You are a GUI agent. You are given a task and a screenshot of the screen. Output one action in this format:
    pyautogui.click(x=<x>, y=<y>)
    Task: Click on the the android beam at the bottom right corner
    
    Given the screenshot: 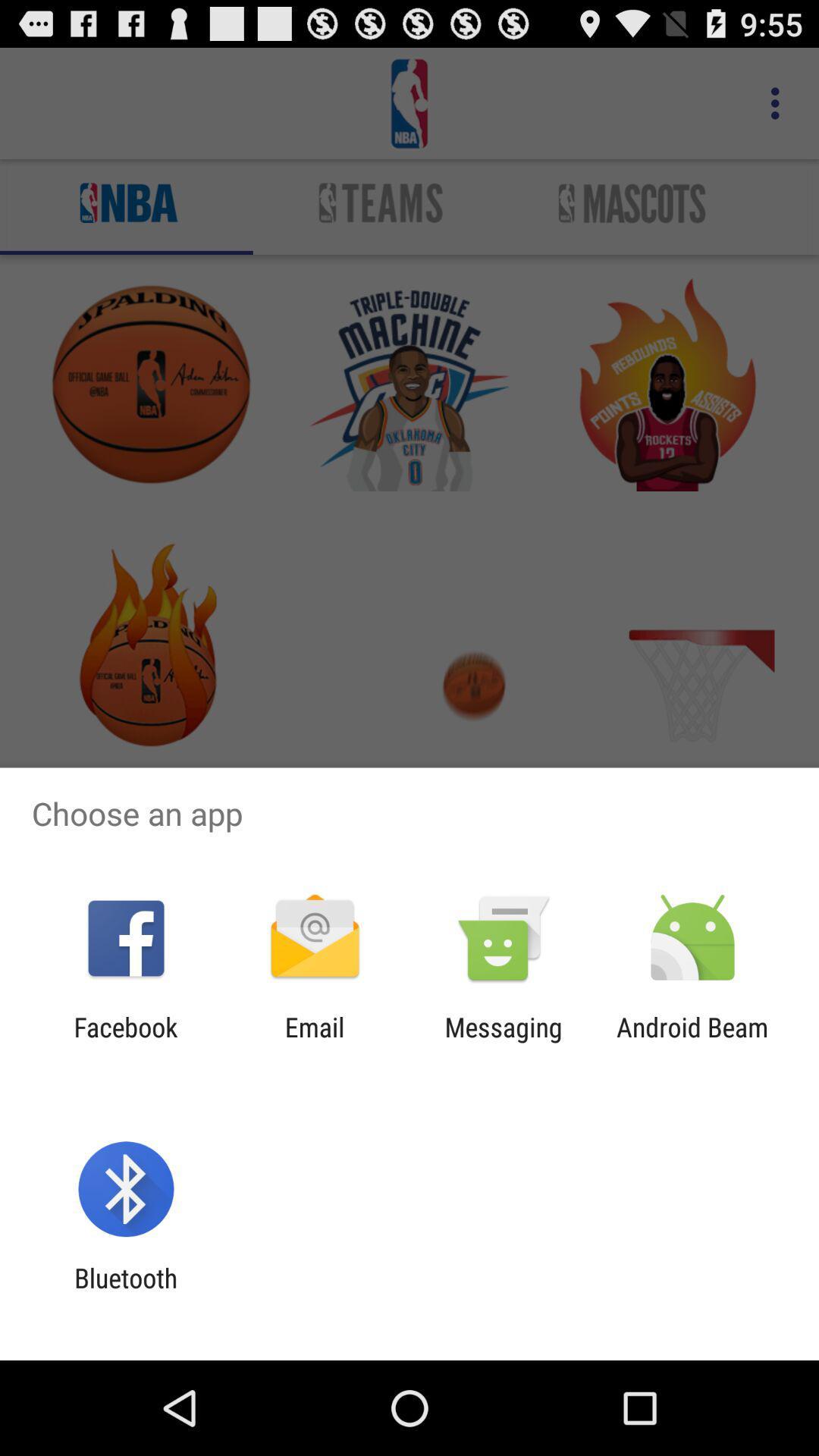 What is the action you would take?
    pyautogui.click(x=692, y=1042)
    